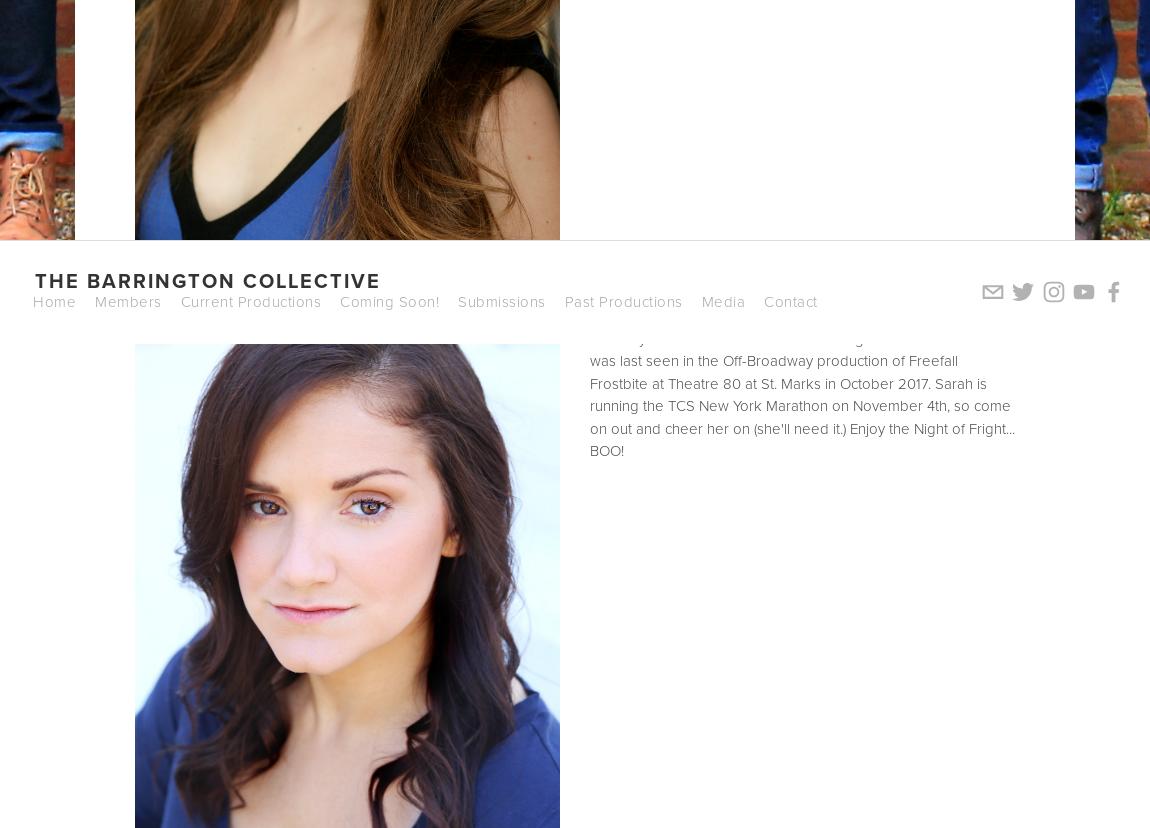 This screenshot has height=828, width=1150. What do you see at coordinates (126, 300) in the screenshot?
I see `'Members'` at bounding box center [126, 300].